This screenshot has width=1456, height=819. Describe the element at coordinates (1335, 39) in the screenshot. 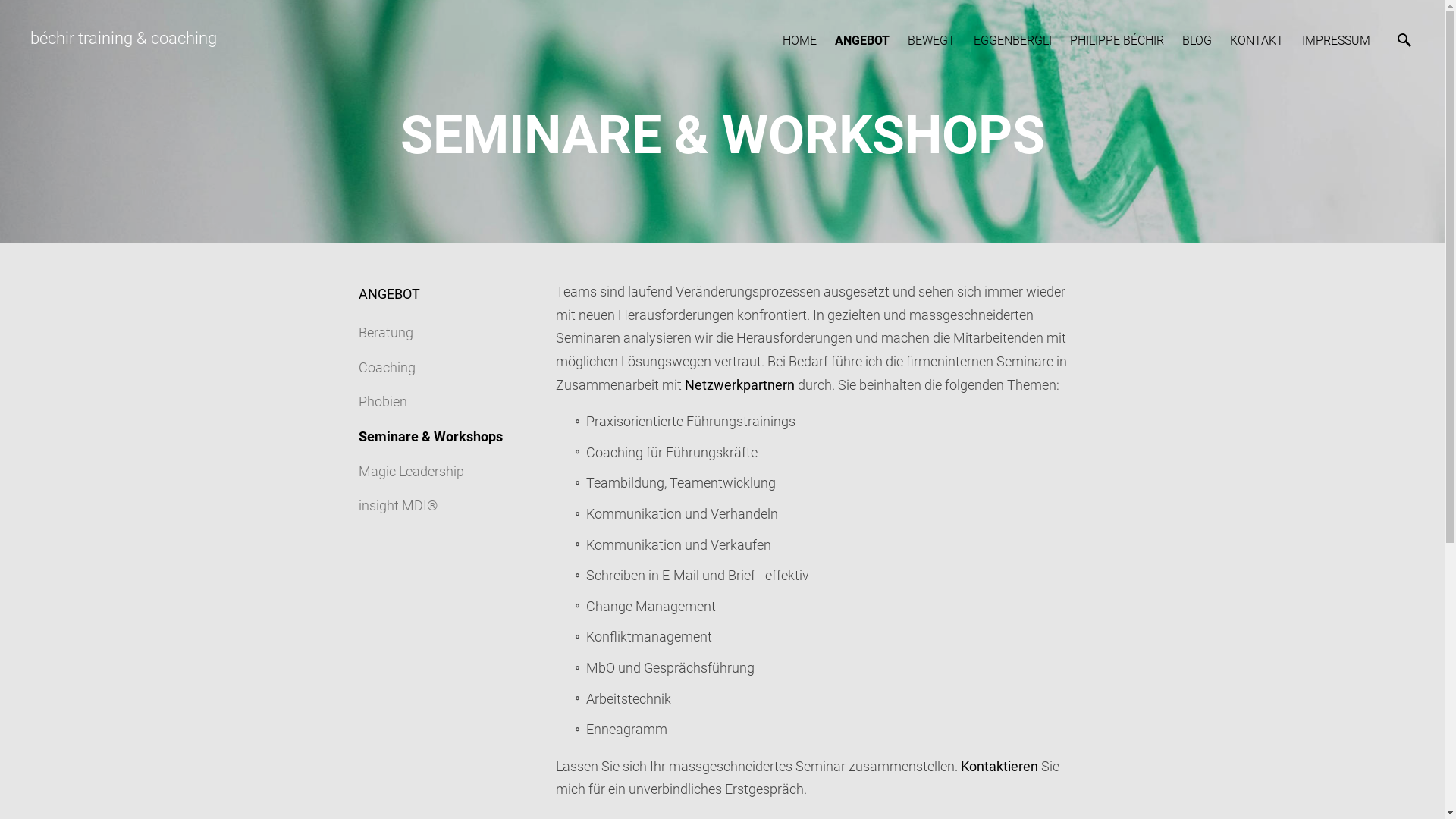

I see `'IMPRESSUM'` at that location.